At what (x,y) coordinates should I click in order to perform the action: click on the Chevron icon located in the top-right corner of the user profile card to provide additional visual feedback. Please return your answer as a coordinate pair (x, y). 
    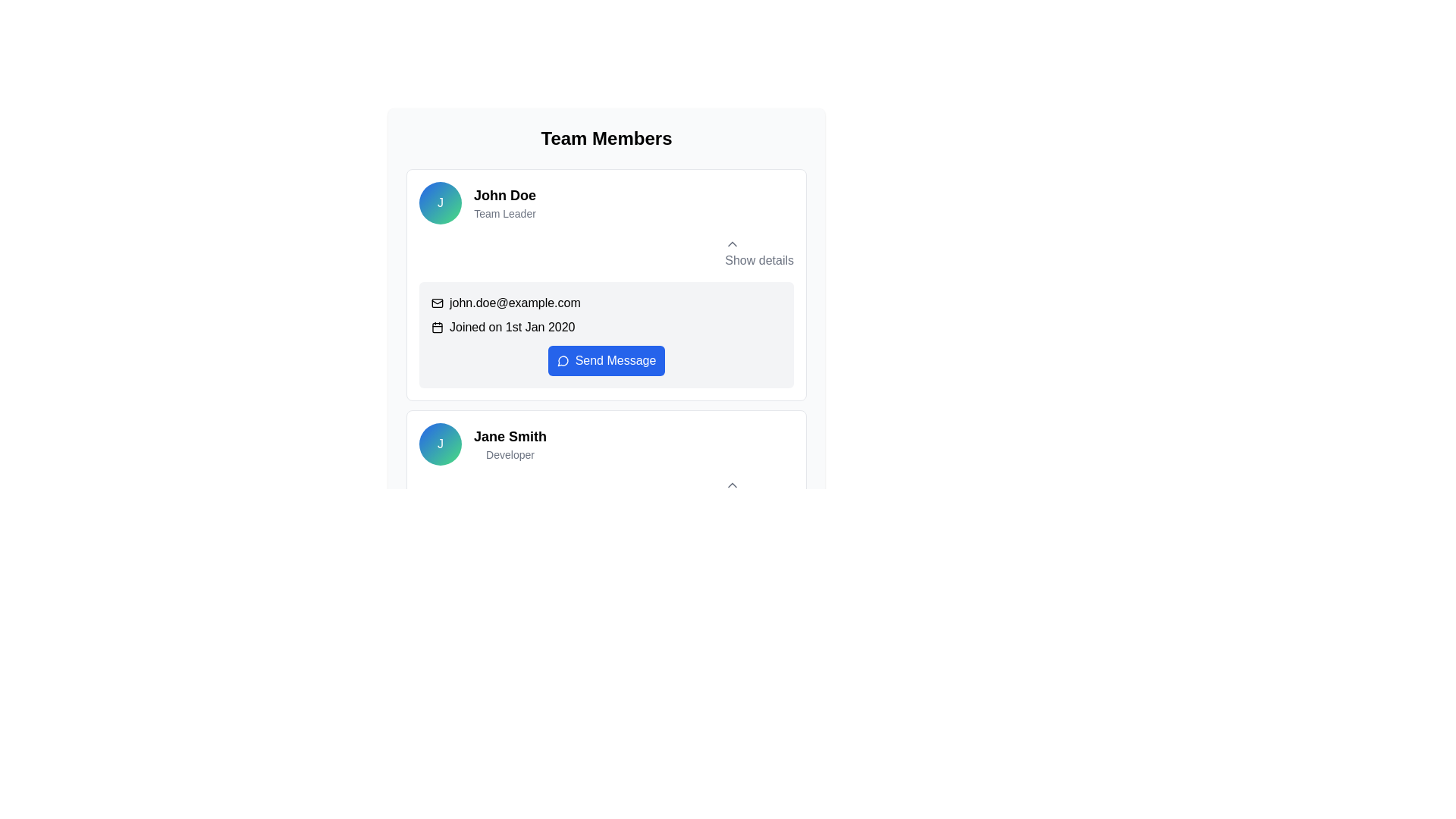
    Looking at the image, I should click on (733, 485).